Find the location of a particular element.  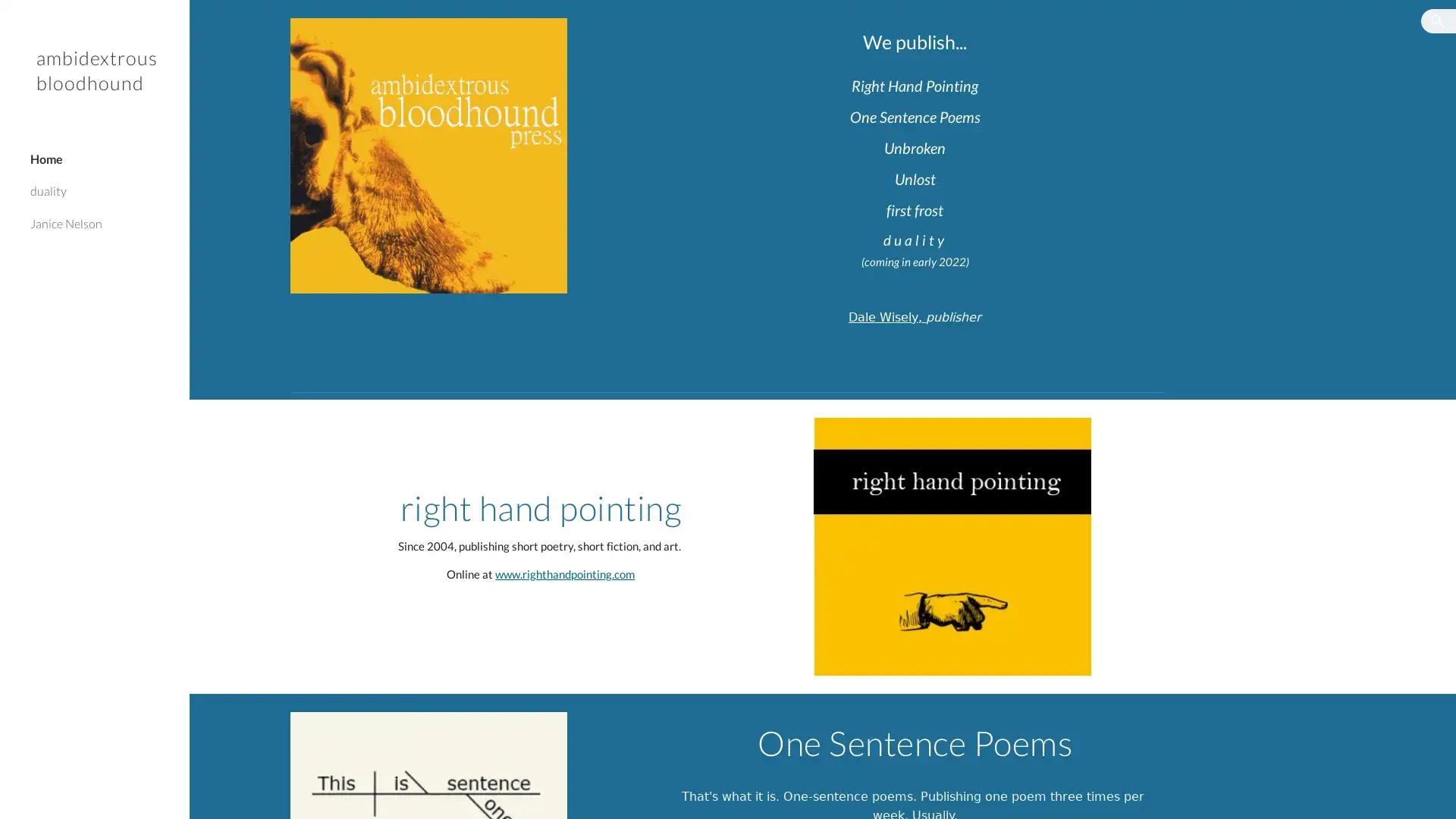

Copy heading link is located at coordinates (792, 508).